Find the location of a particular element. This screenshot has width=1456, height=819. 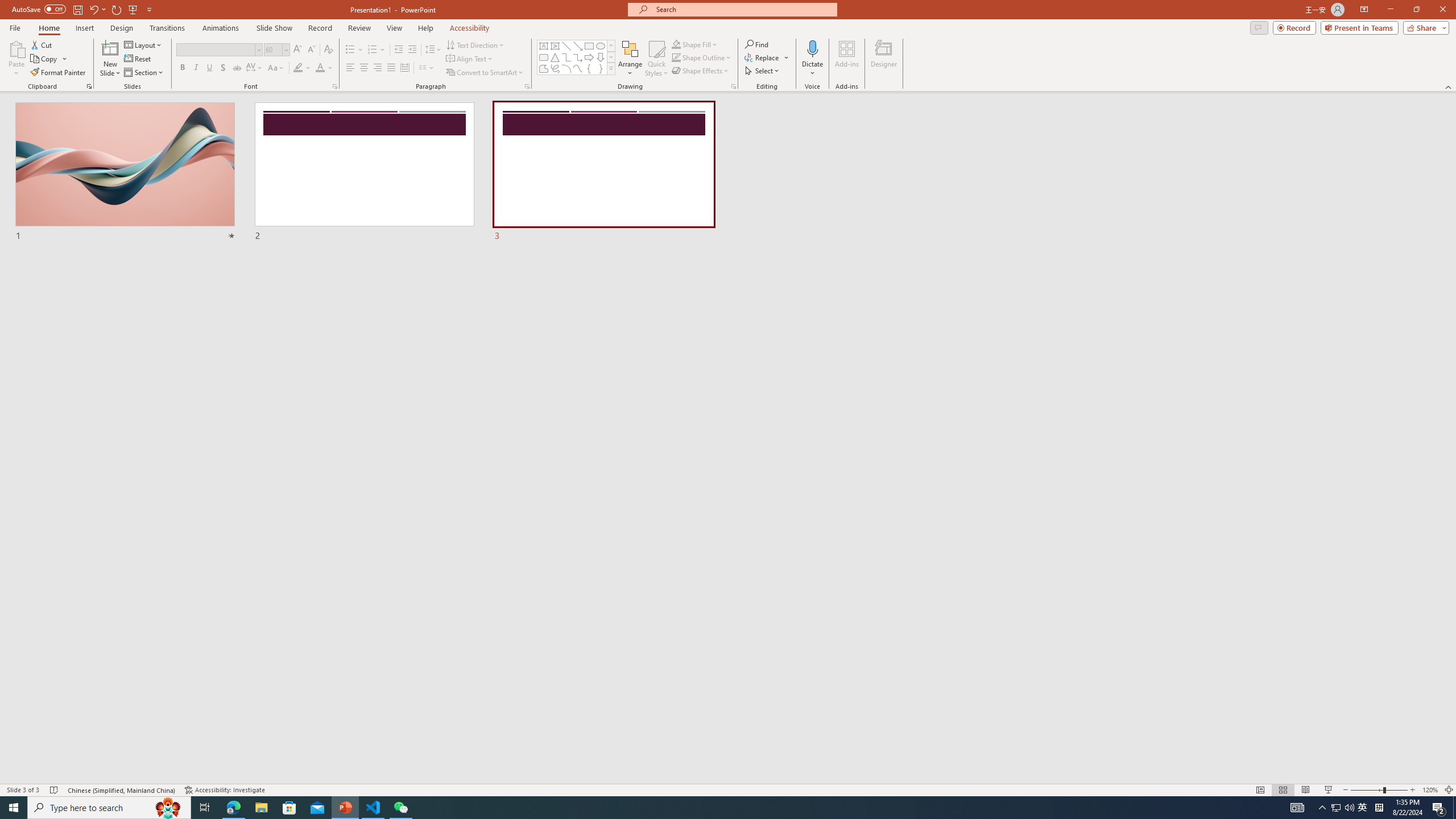

'Format Painter' is located at coordinates (58, 72).